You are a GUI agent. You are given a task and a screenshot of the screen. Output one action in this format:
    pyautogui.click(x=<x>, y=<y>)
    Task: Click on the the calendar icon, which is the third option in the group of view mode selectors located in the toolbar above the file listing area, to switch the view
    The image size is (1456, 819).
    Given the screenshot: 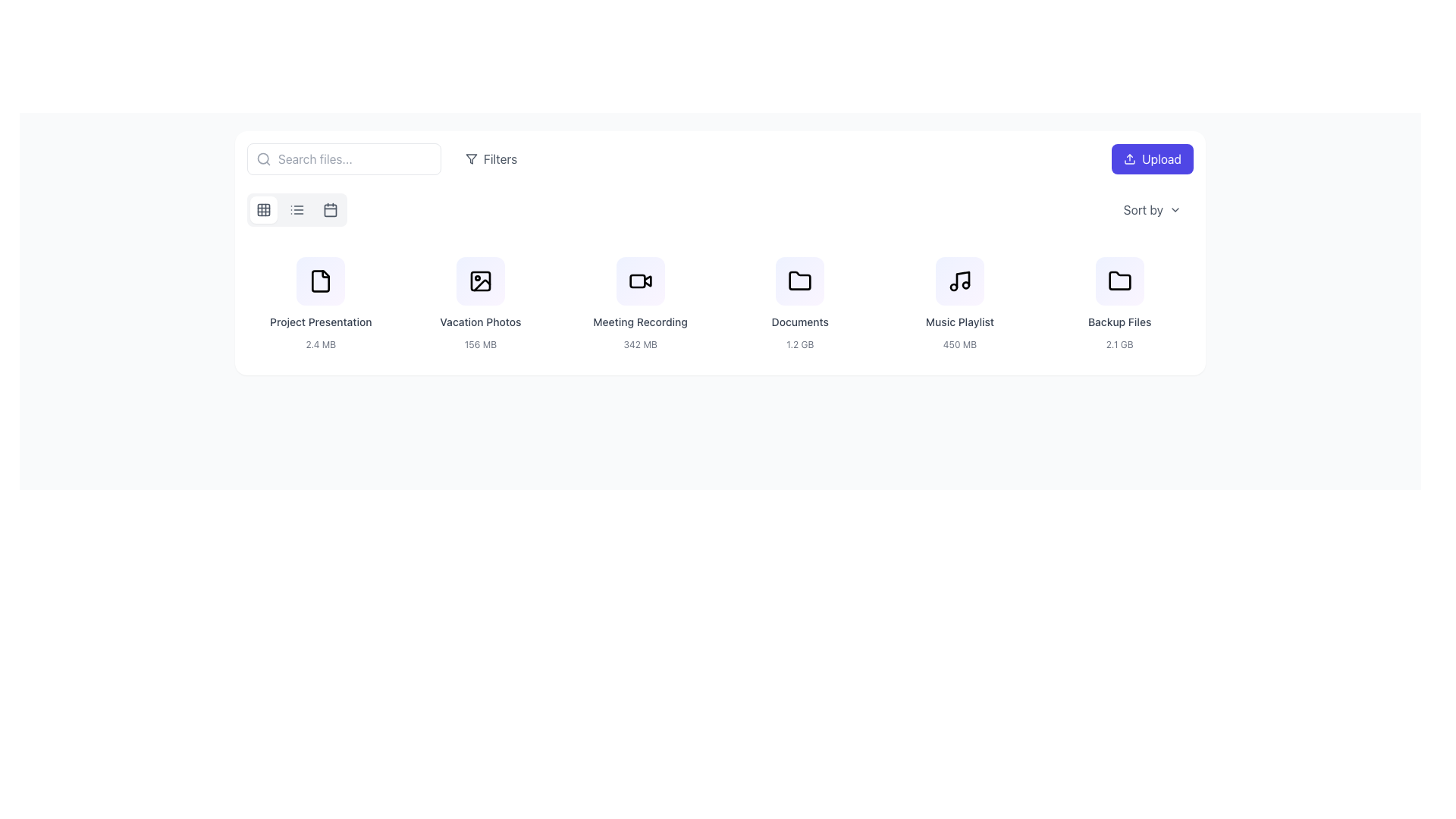 What is the action you would take?
    pyautogui.click(x=330, y=210)
    